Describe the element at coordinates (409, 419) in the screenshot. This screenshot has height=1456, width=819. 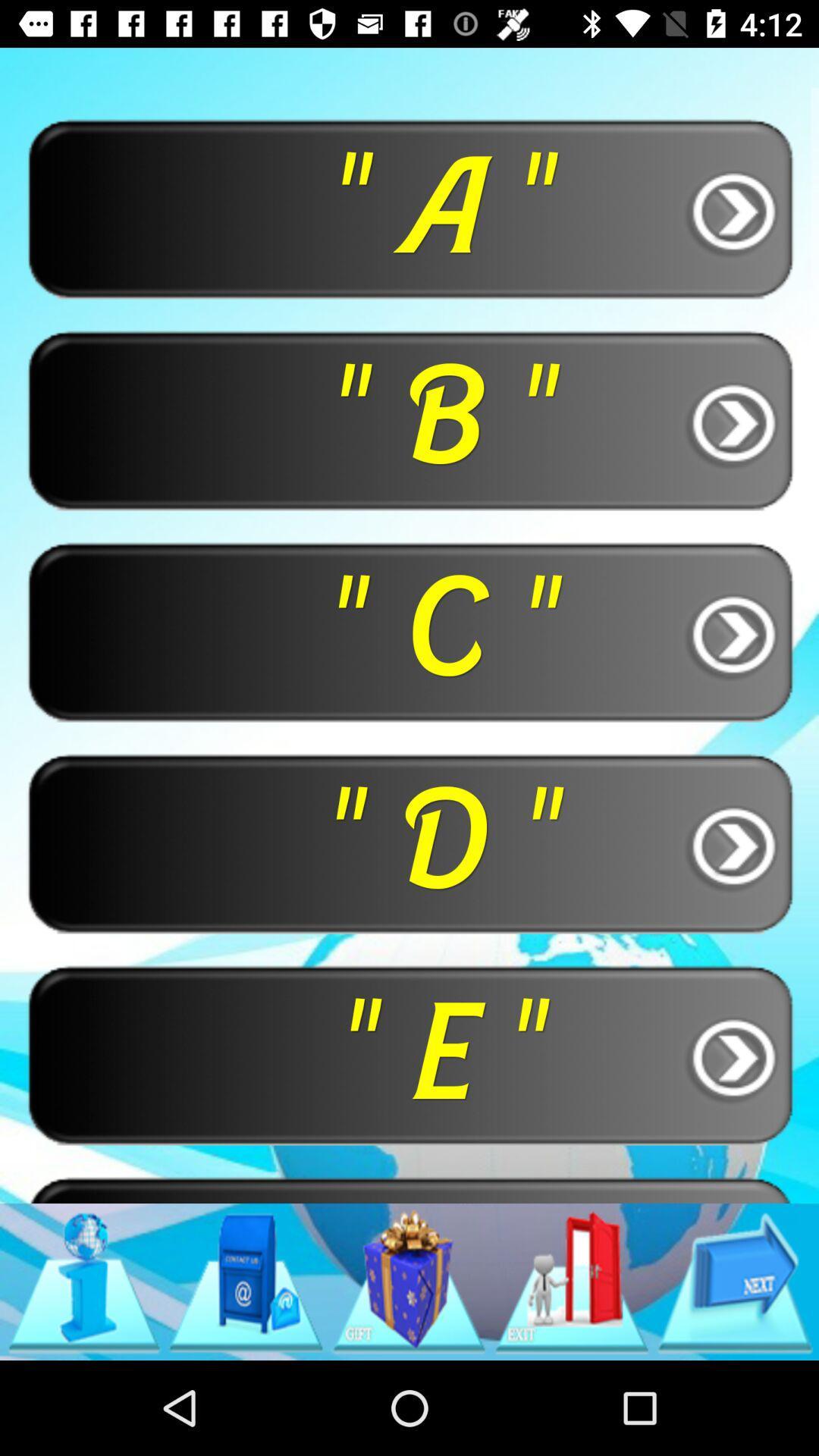
I see `item below   " a " item` at that location.